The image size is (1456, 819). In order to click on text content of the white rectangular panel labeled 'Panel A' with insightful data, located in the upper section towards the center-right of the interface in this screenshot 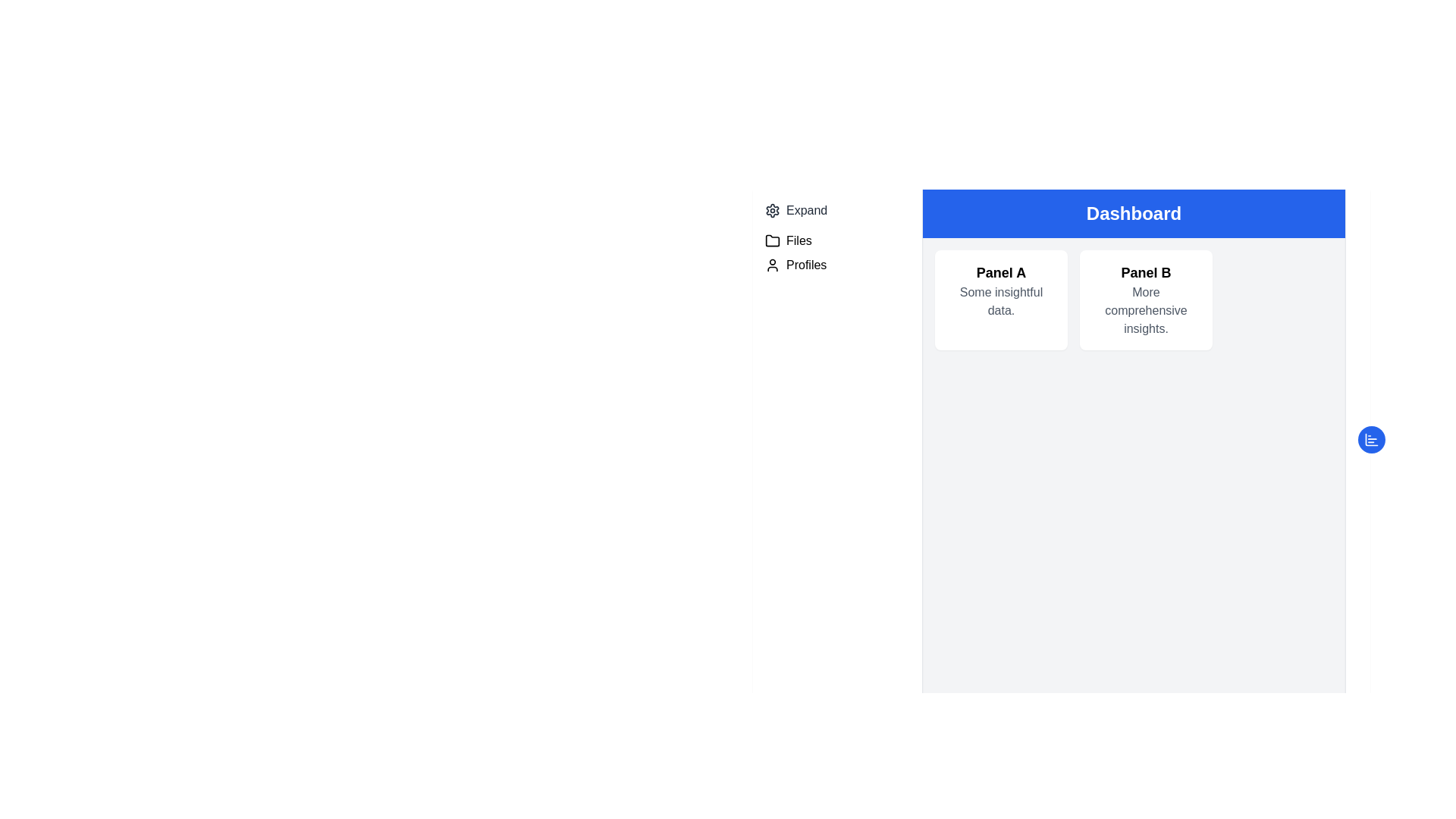, I will do `click(1001, 300)`.